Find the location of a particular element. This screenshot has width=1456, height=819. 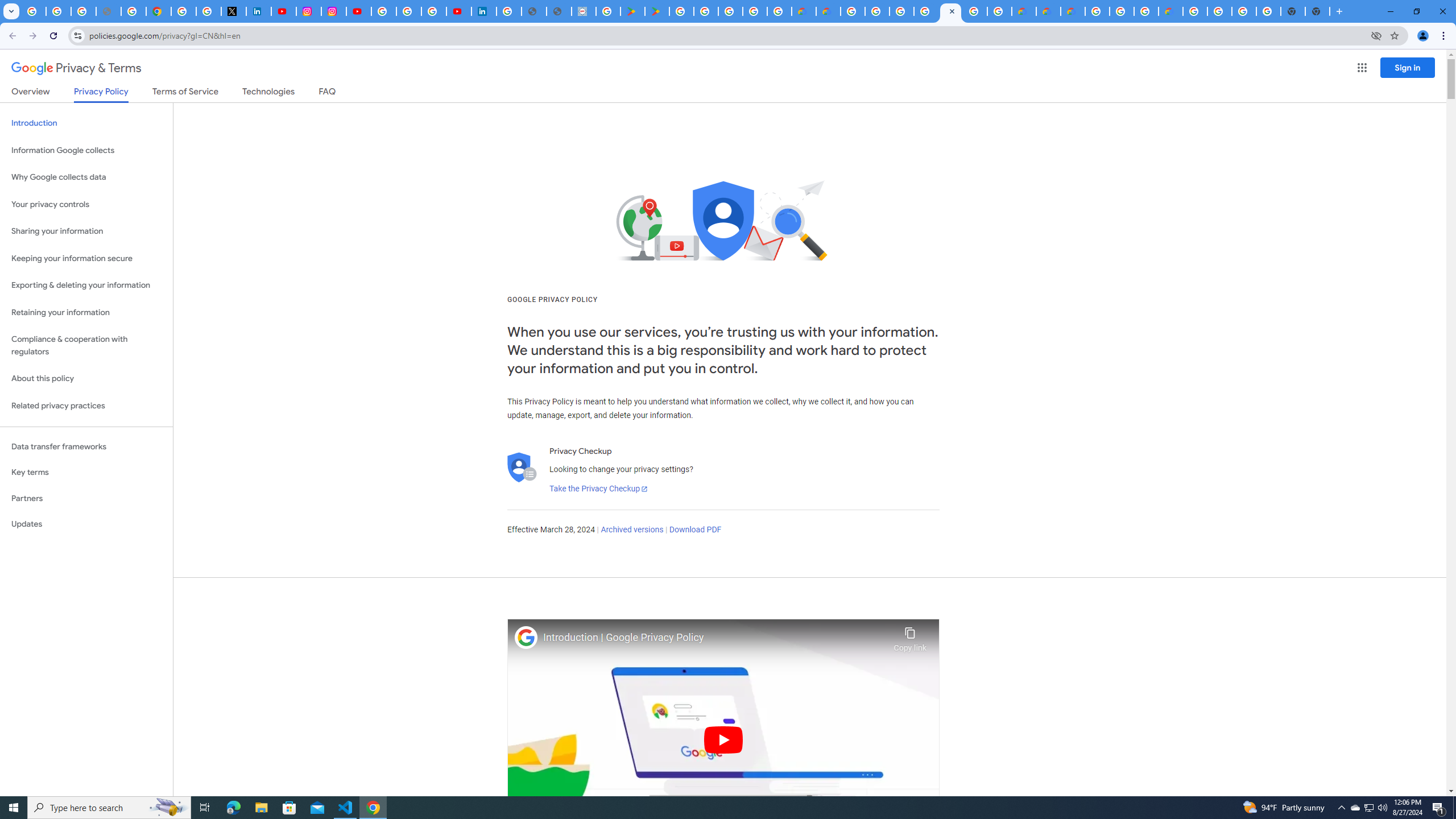

'Google Cloud Platform' is located at coordinates (1194, 11).